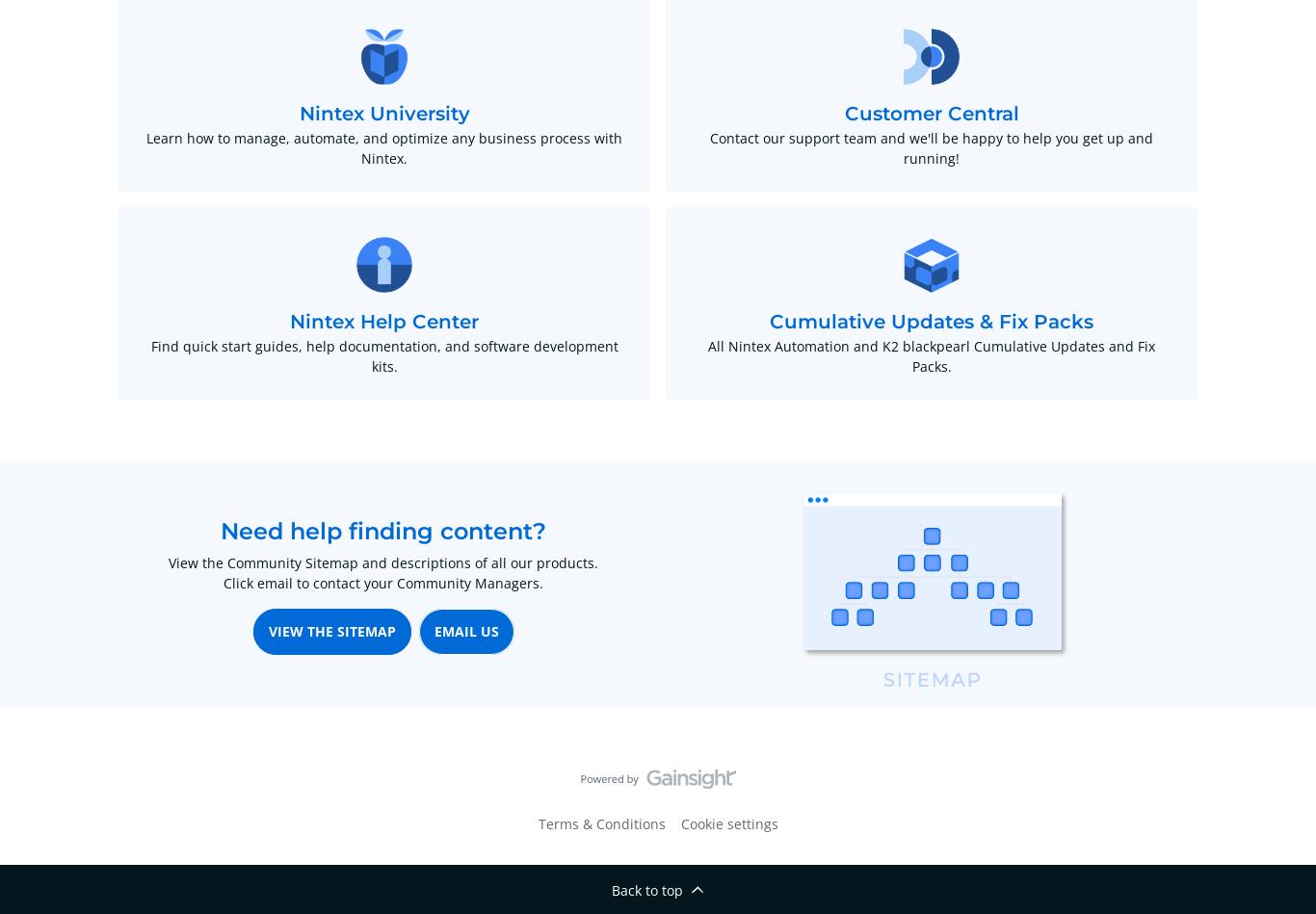 The height and width of the screenshot is (914, 1316). Describe the element at coordinates (931, 356) in the screenshot. I see `'All Nintex Automation and K2 blackpearl Cumulative Updates and Fix Packs.'` at that location.